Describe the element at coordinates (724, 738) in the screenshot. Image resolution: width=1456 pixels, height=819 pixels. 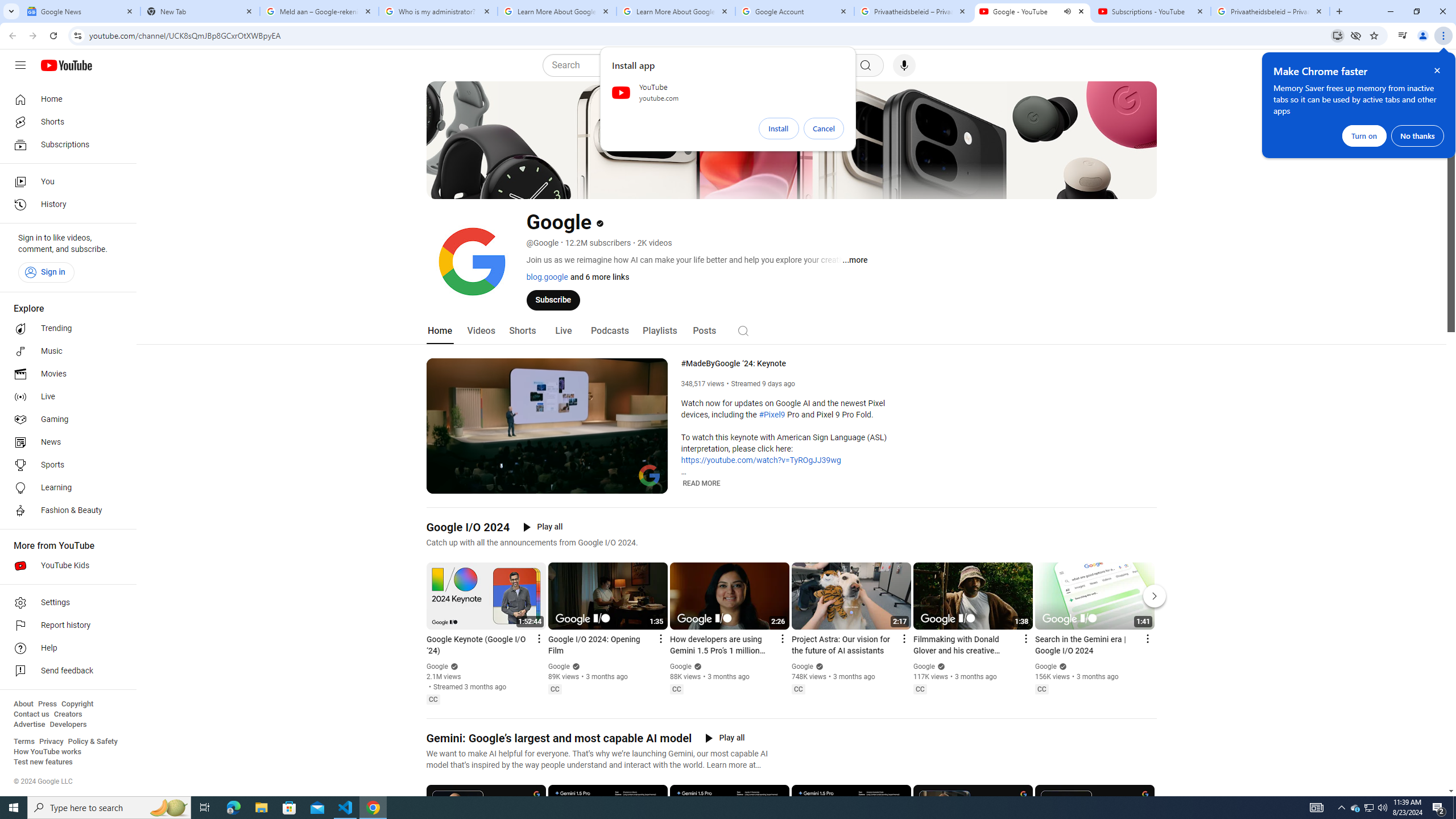
I see `'Play all'` at that location.